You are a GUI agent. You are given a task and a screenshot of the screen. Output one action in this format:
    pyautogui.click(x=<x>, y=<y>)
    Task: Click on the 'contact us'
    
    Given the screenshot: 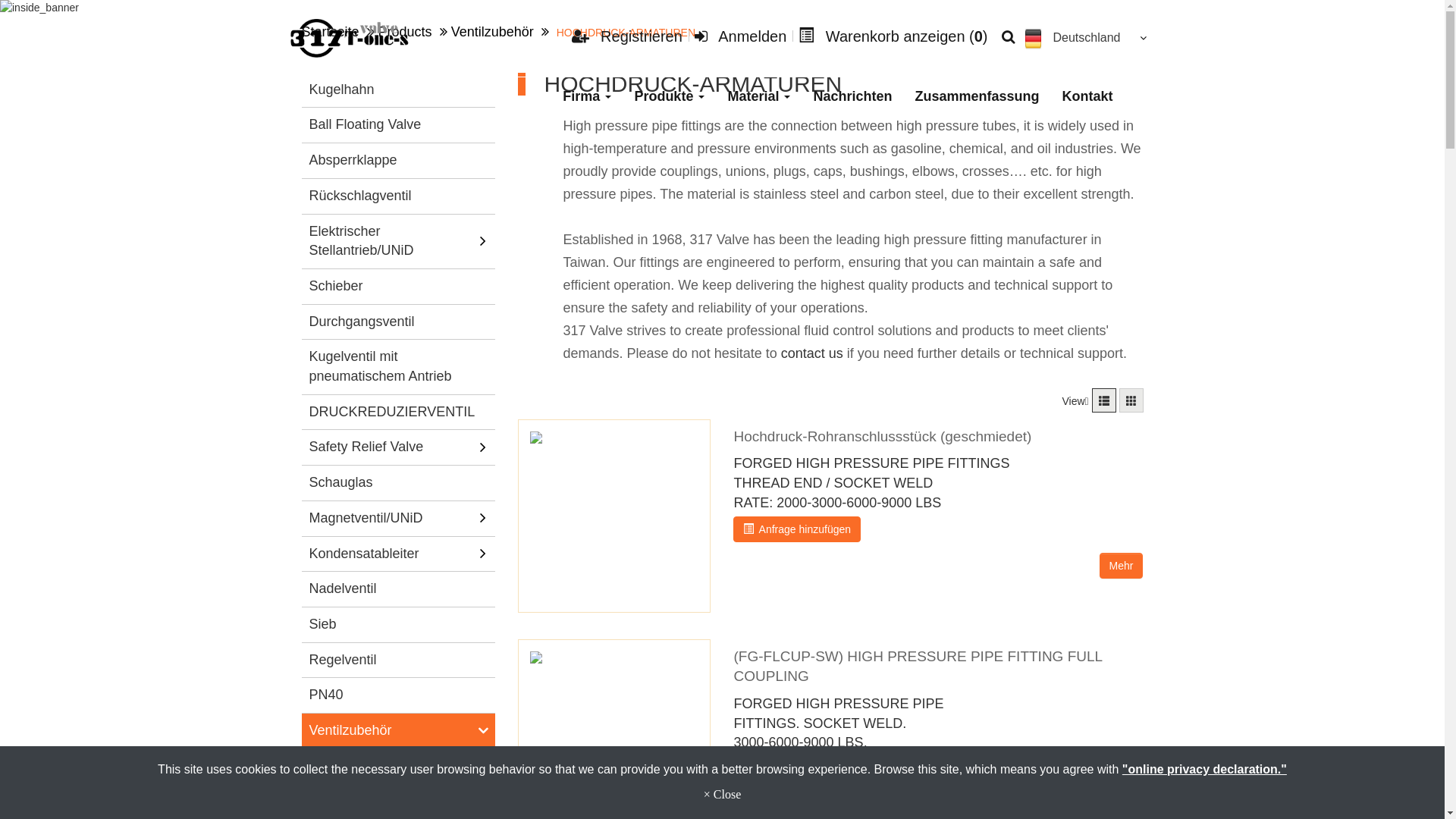 What is the action you would take?
    pyautogui.click(x=811, y=353)
    